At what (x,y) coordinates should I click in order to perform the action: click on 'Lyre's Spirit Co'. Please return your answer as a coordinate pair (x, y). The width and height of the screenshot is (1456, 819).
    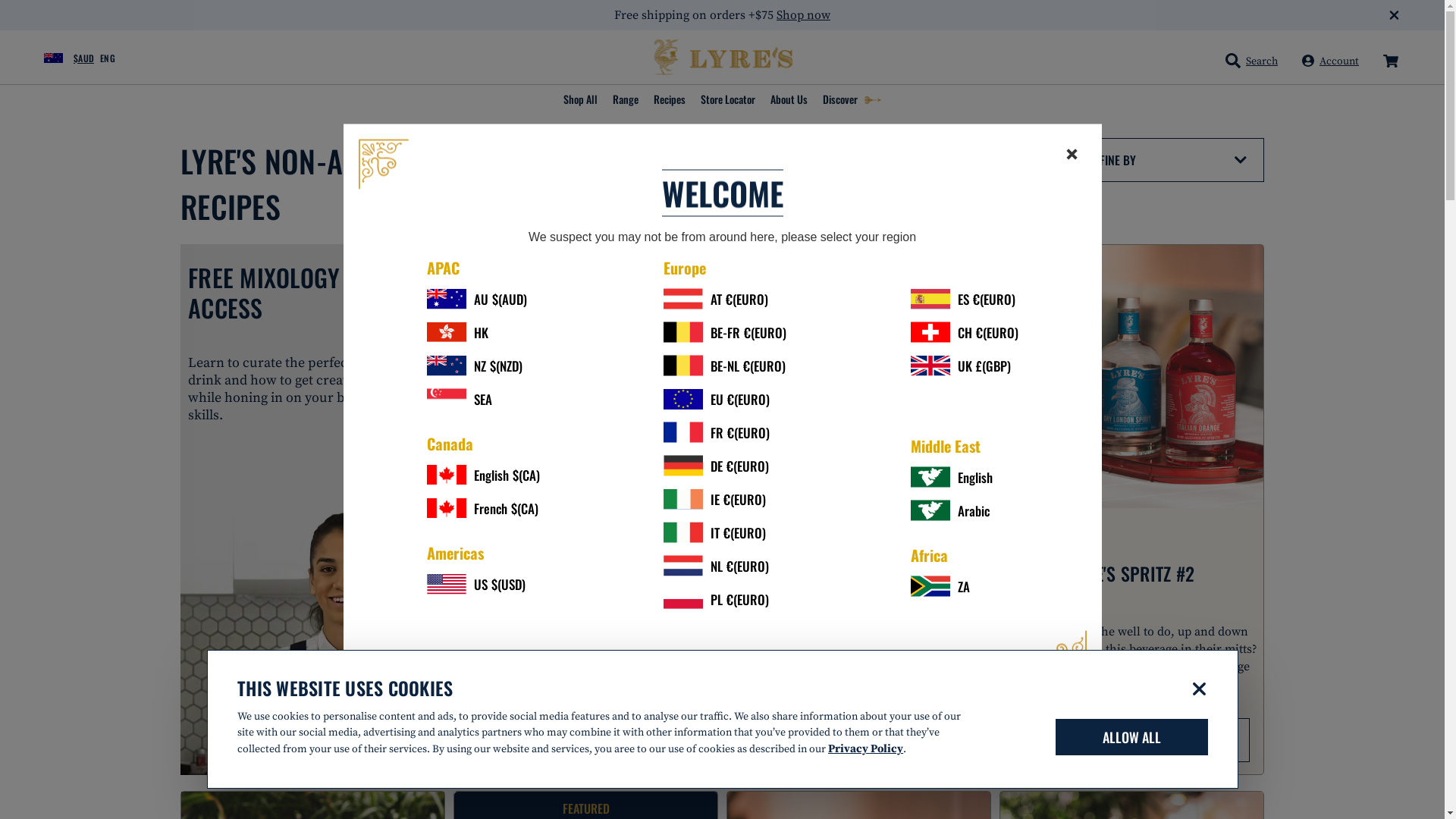
    Looking at the image, I should click on (651, 57).